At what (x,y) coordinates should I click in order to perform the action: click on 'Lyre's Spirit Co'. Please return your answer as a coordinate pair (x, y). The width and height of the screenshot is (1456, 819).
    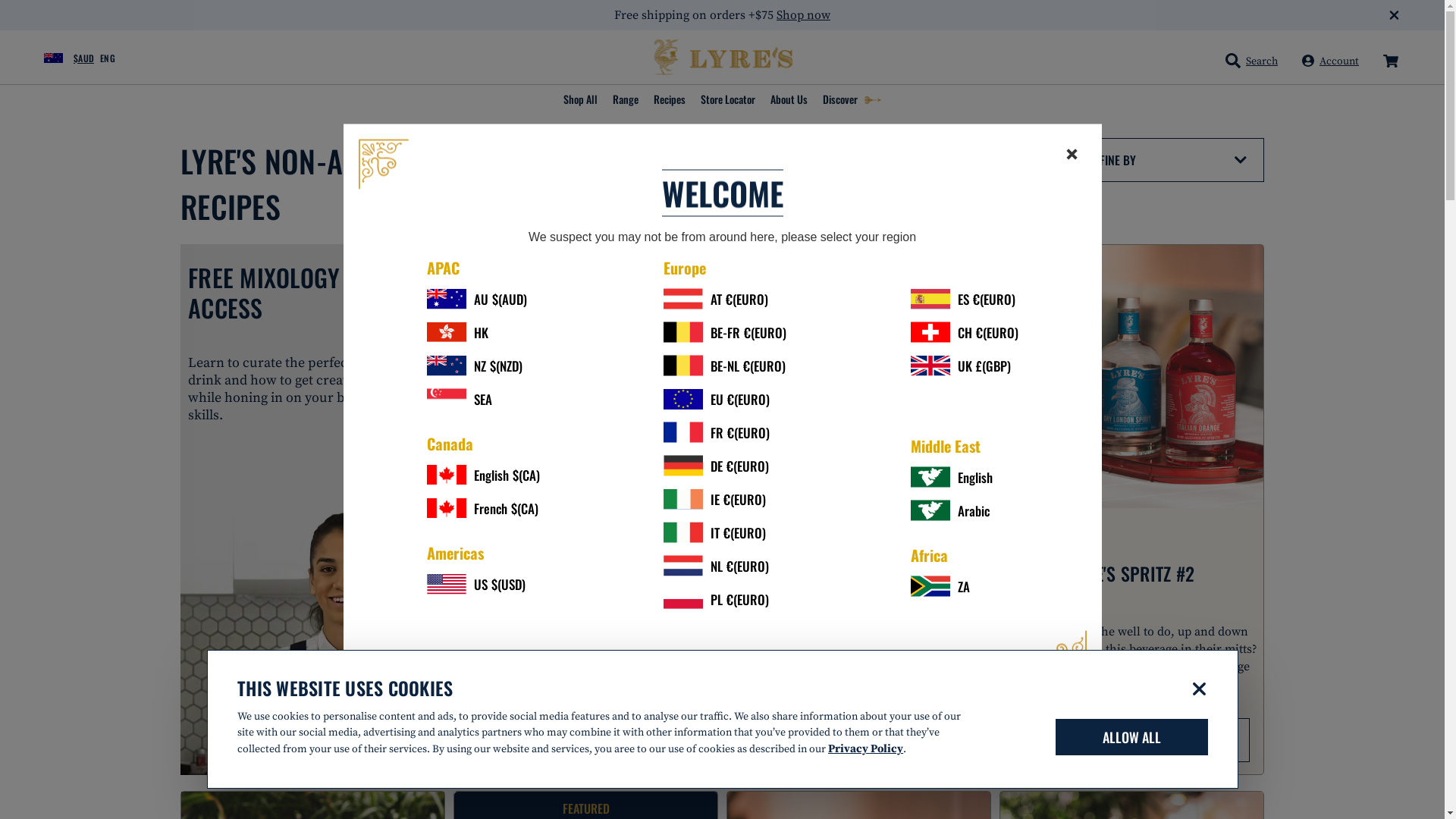
    Looking at the image, I should click on (651, 57).